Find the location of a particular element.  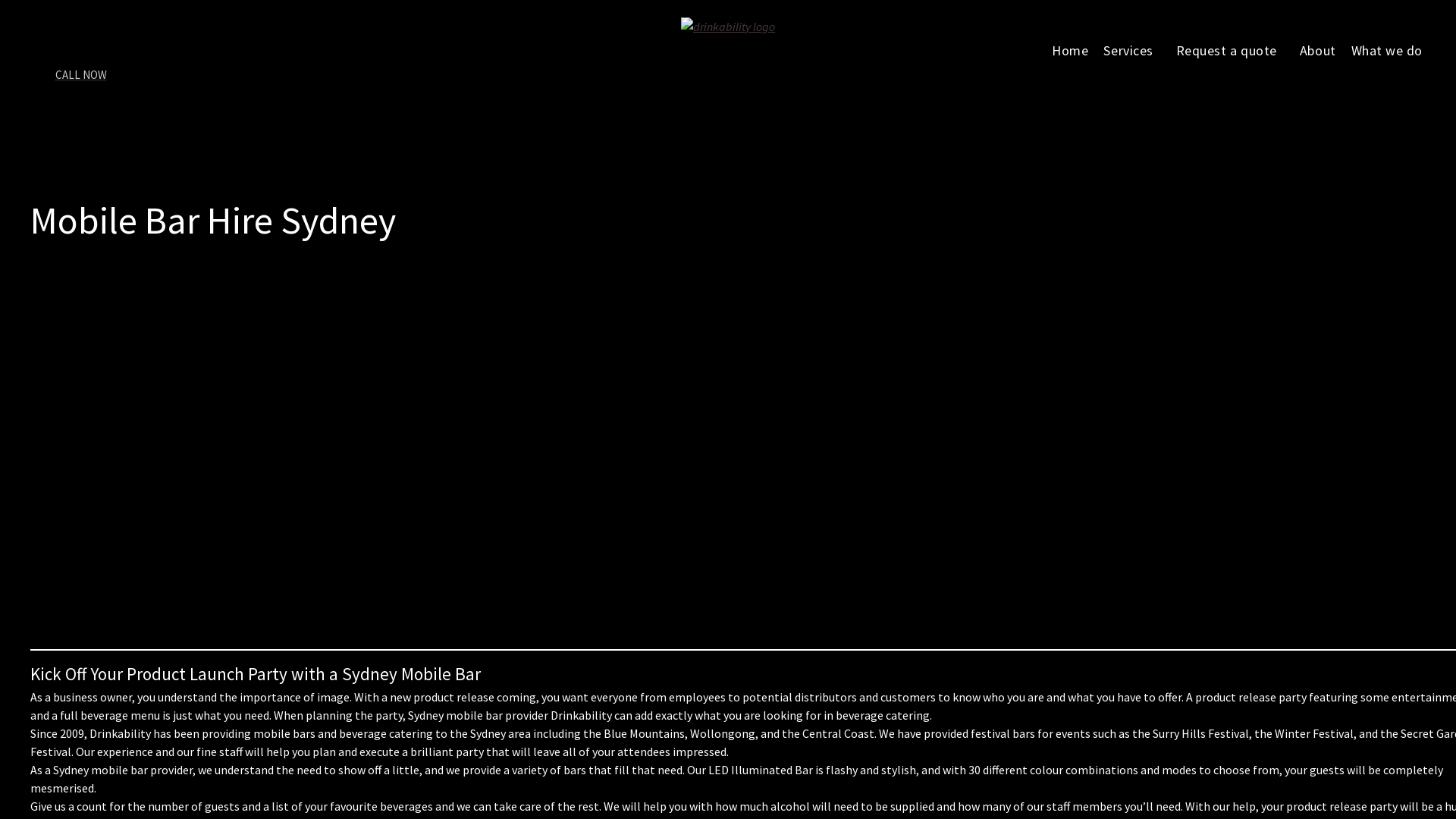

'Request a quote' is located at coordinates (1230, 49).